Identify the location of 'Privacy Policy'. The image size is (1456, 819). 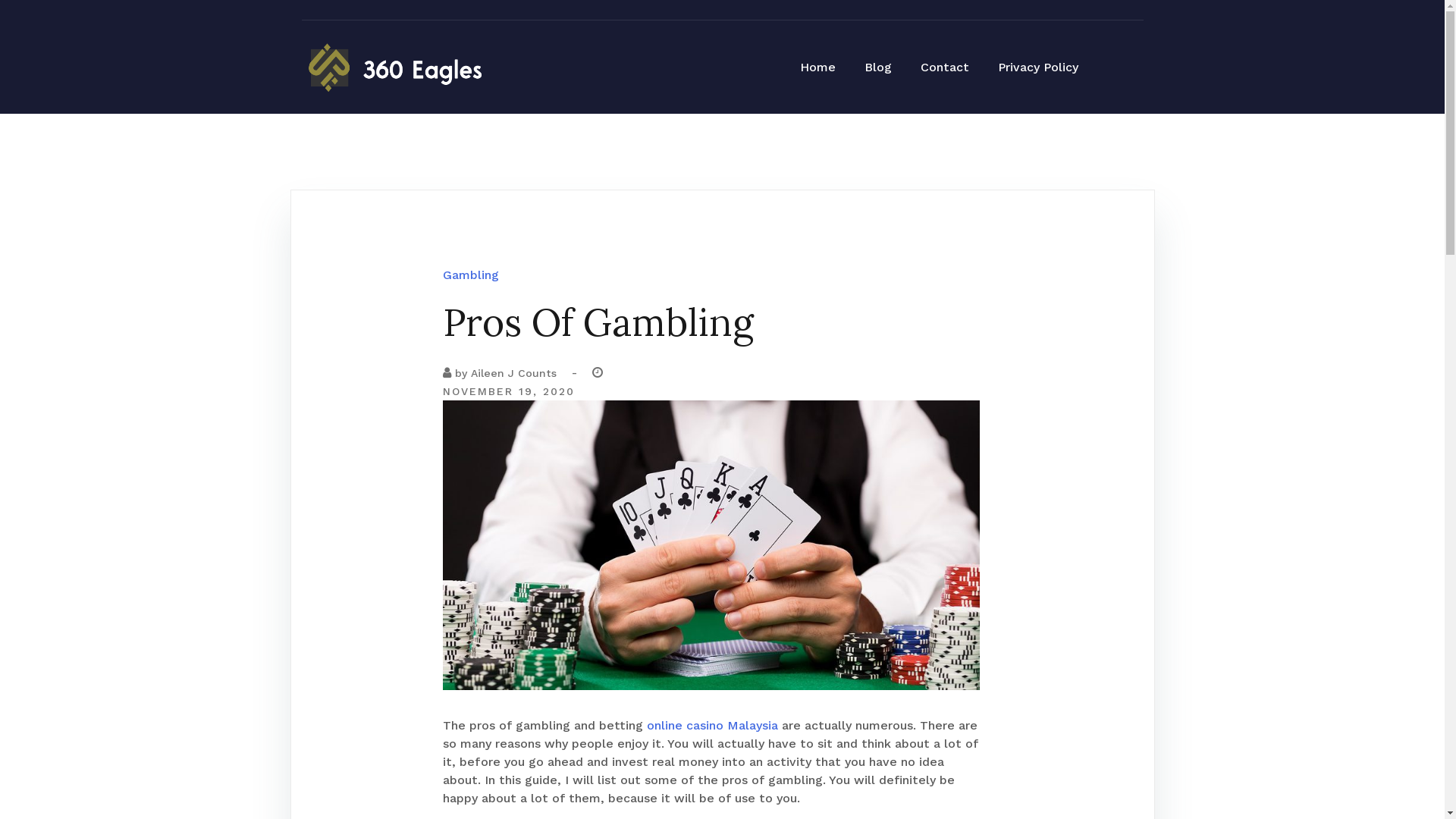
(1037, 68).